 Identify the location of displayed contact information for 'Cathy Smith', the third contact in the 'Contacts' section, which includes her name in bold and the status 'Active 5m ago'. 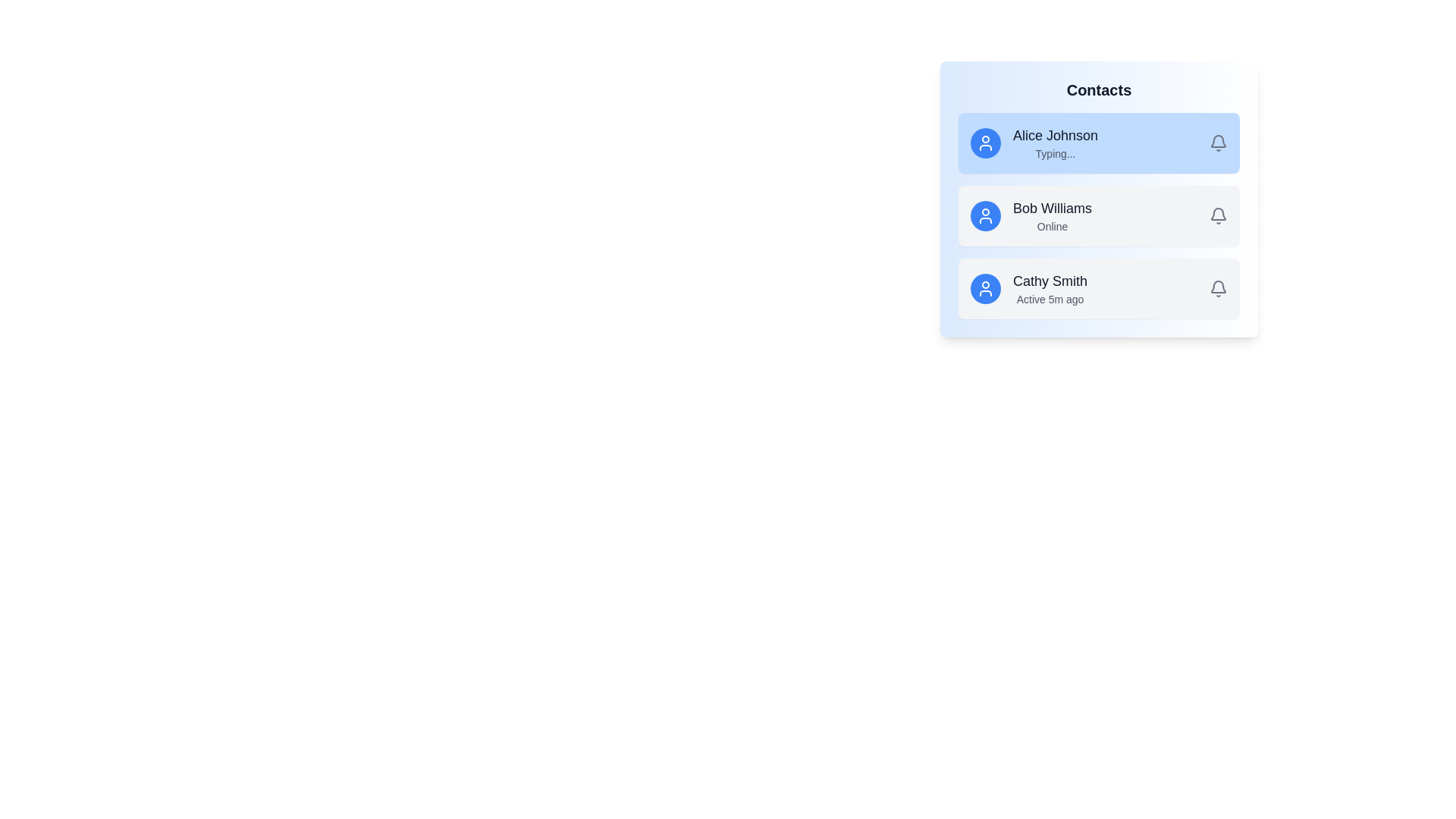
(1050, 289).